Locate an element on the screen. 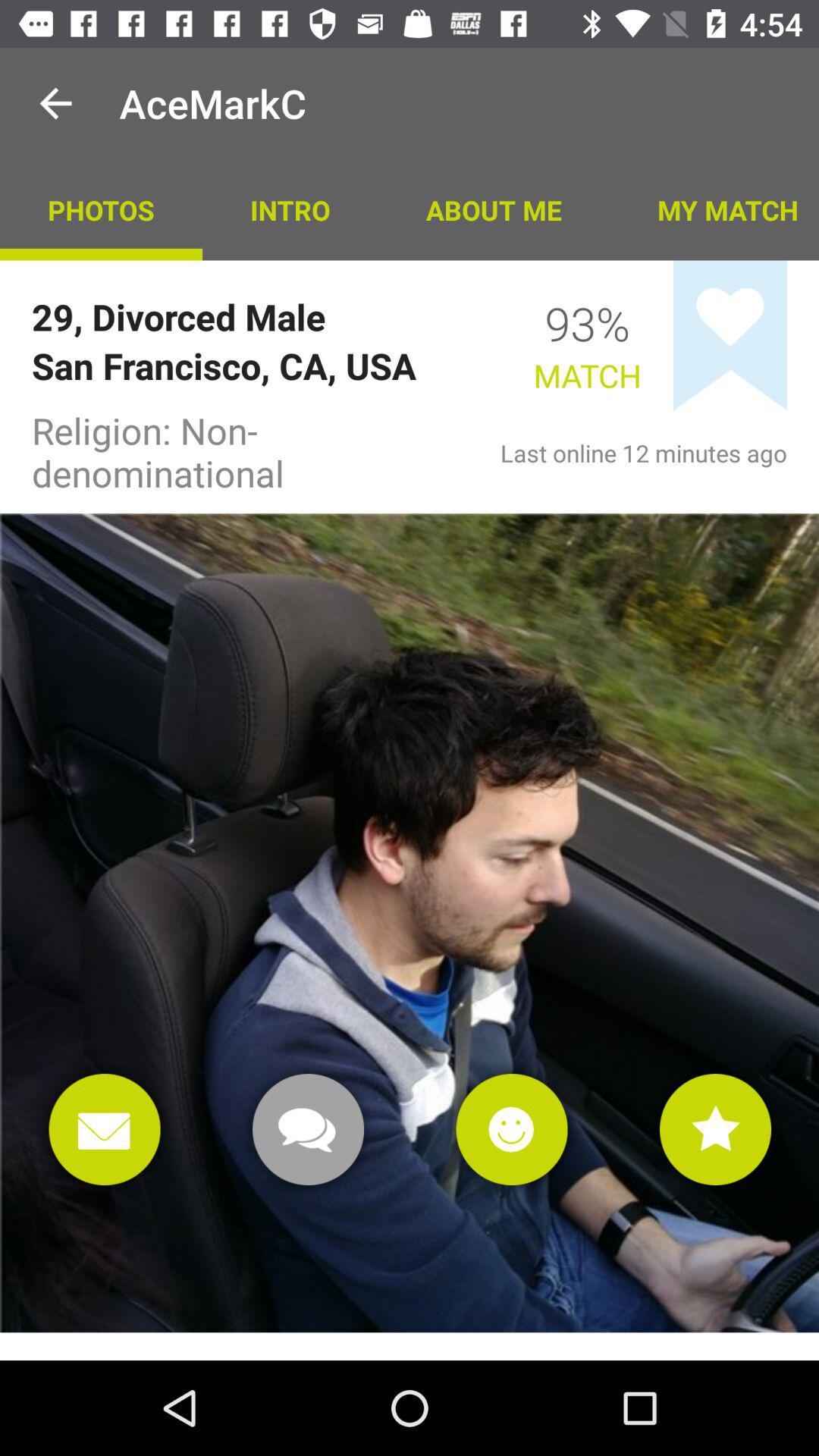 The height and width of the screenshot is (1456, 819). icon next to match icon is located at coordinates (730, 334).